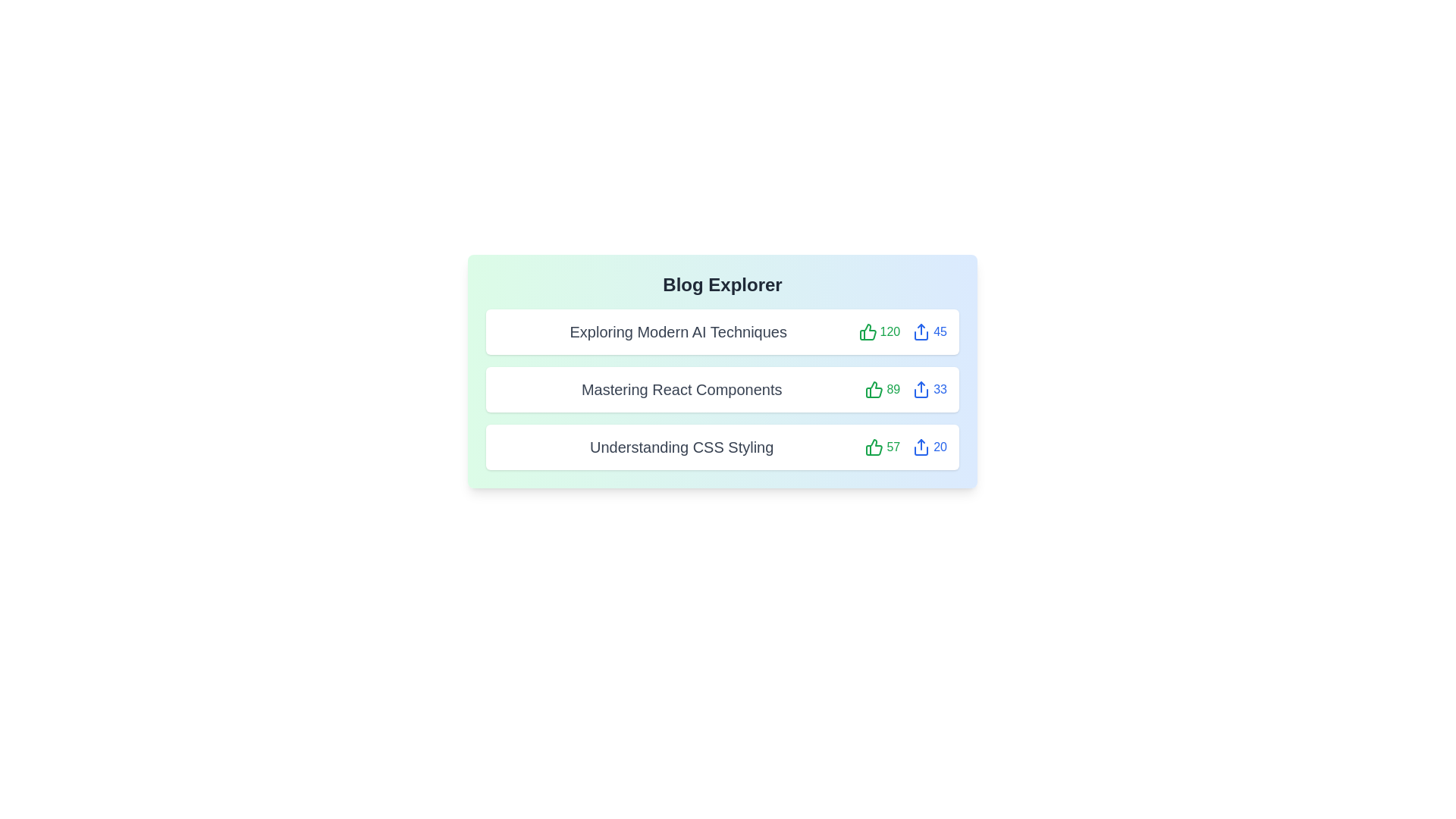 This screenshot has width=1456, height=819. Describe the element at coordinates (883, 447) in the screenshot. I see `the like button for the blog post titled 'Understanding CSS Styling'` at that location.